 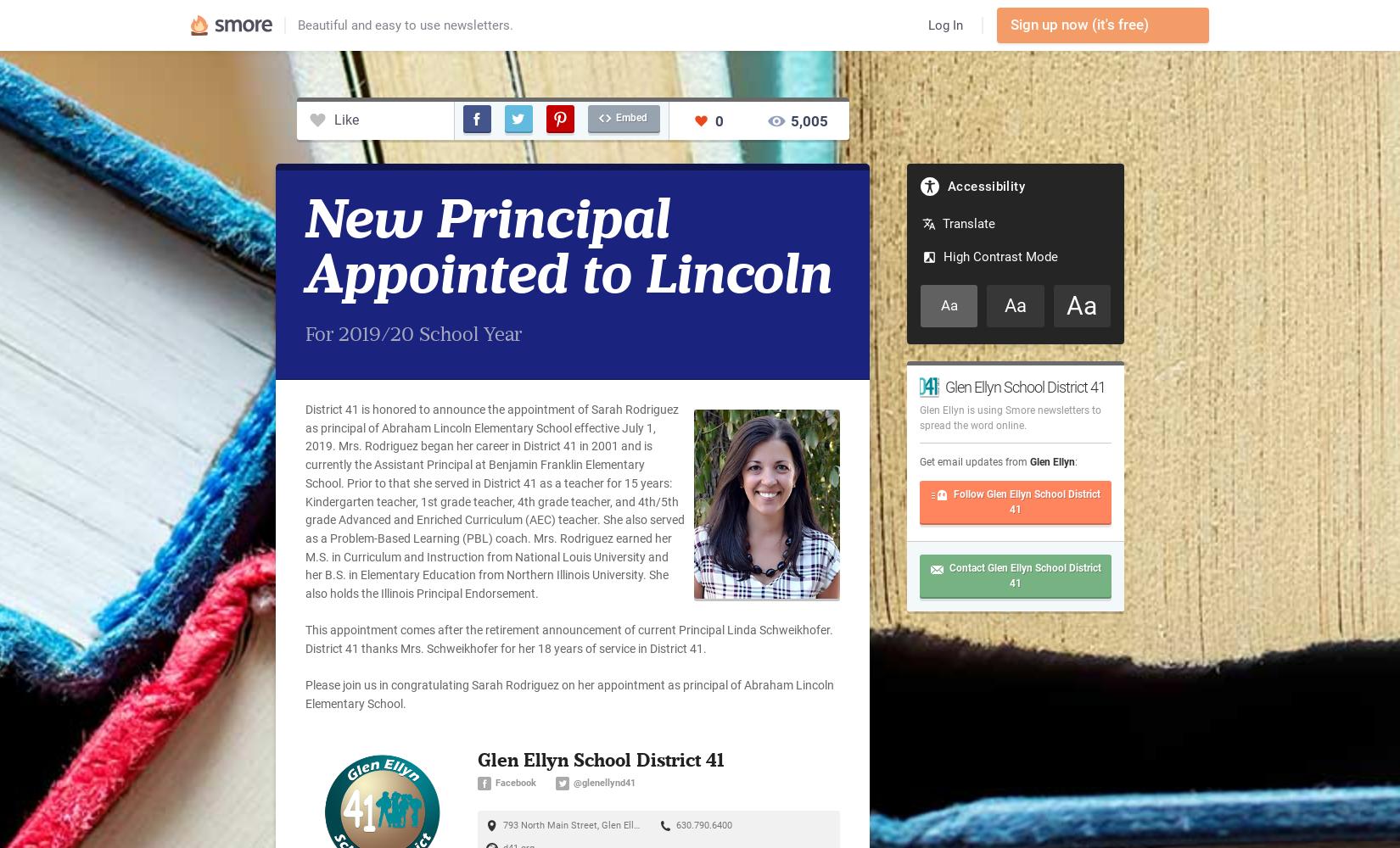 What do you see at coordinates (927, 25) in the screenshot?
I see `'Log In'` at bounding box center [927, 25].